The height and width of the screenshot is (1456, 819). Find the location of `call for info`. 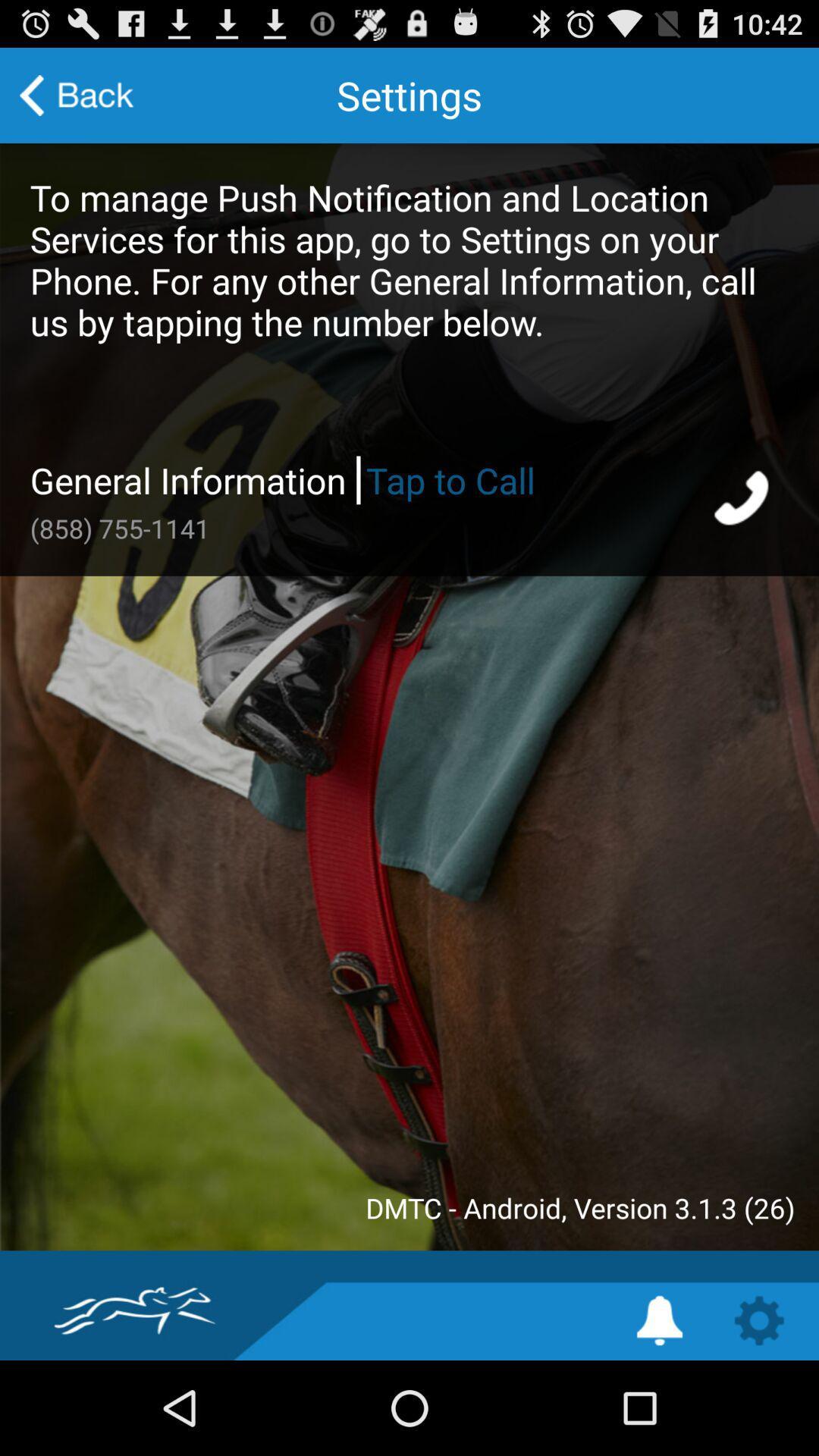

call for info is located at coordinates (742, 500).